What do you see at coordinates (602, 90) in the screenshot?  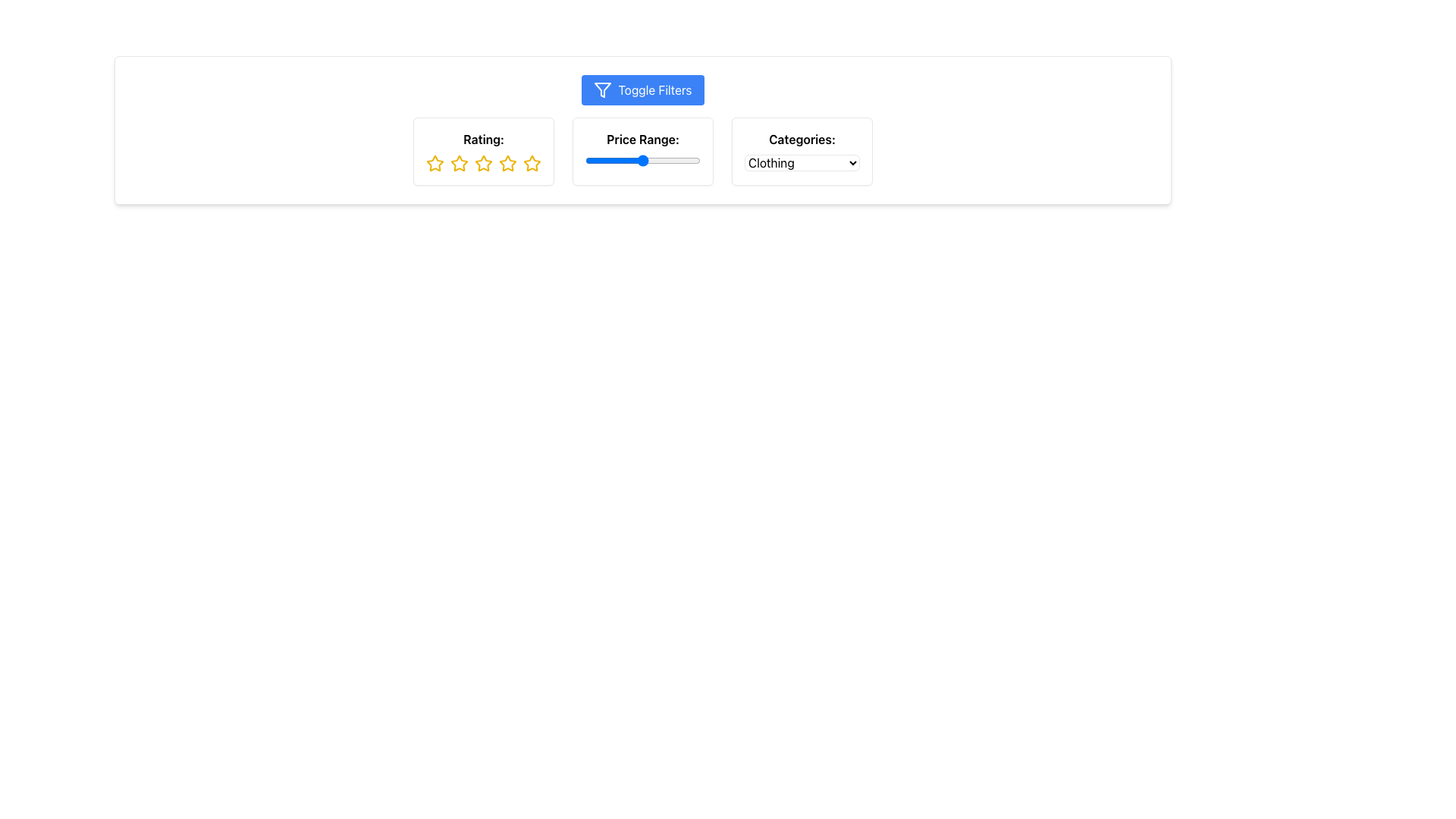 I see `the filter icon represented by a funnel-like outline, which is part of the 'Toggle Filters' button, located to the left of its text label` at bounding box center [602, 90].